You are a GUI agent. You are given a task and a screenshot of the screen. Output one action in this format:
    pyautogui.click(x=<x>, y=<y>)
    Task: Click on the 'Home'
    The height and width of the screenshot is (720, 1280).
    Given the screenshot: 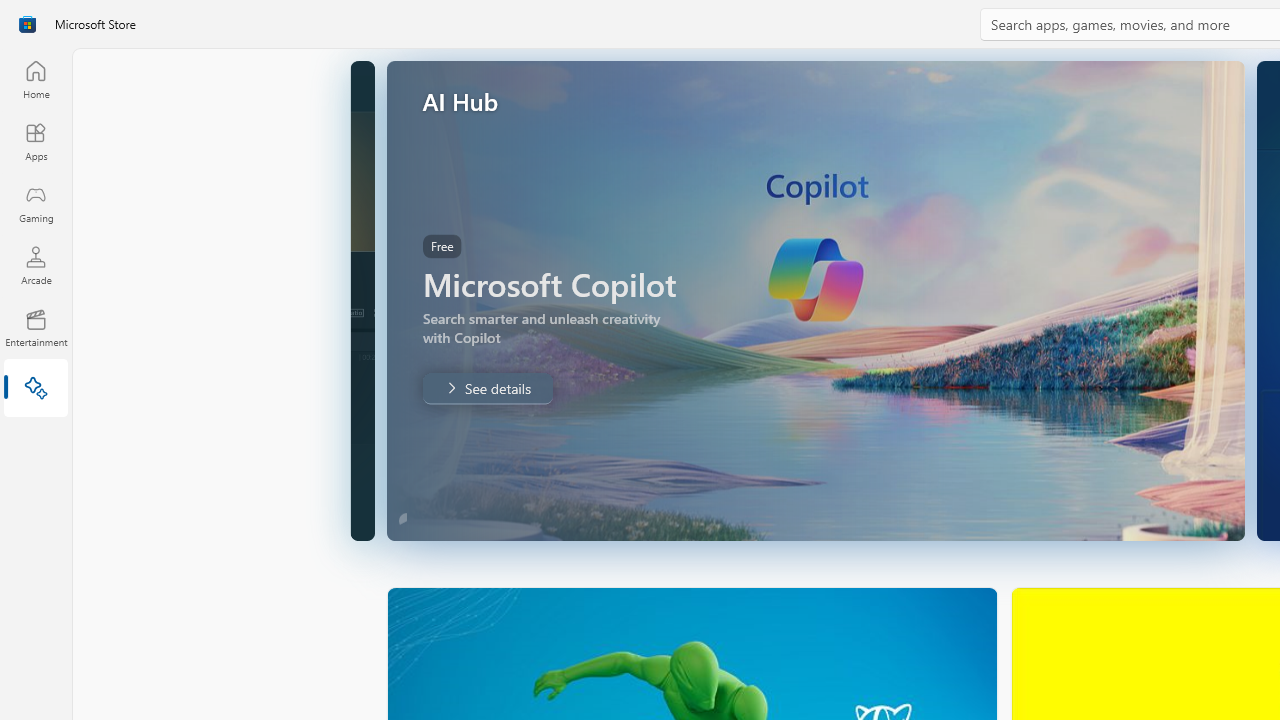 What is the action you would take?
    pyautogui.click(x=35, y=78)
    